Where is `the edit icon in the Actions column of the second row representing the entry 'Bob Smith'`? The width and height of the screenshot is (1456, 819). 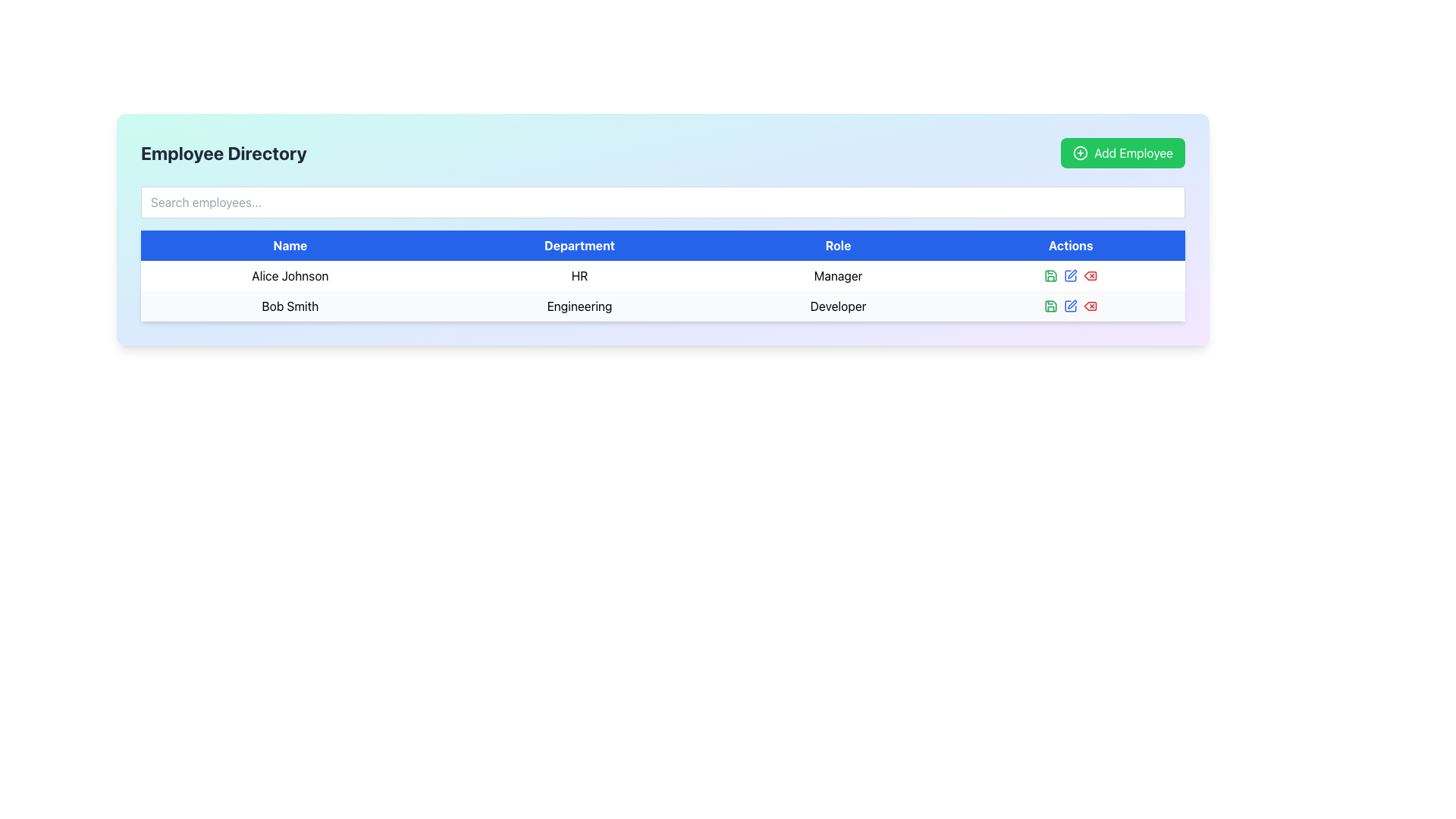 the edit icon in the Actions column of the second row representing the entry 'Bob Smith' is located at coordinates (1070, 306).